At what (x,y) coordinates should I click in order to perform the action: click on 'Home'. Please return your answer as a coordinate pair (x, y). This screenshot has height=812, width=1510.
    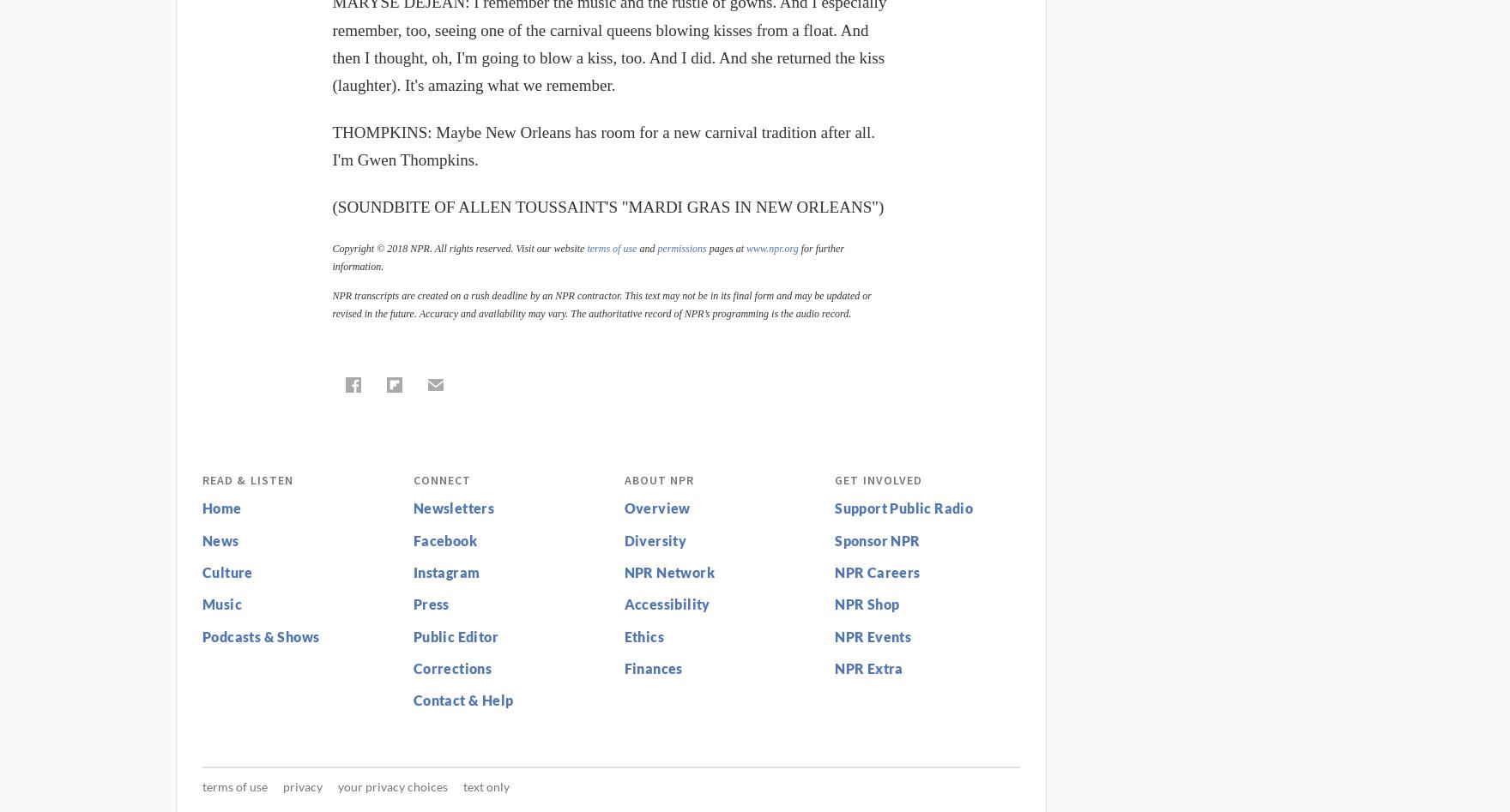
    Looking at the image, I should click on (220, 508).